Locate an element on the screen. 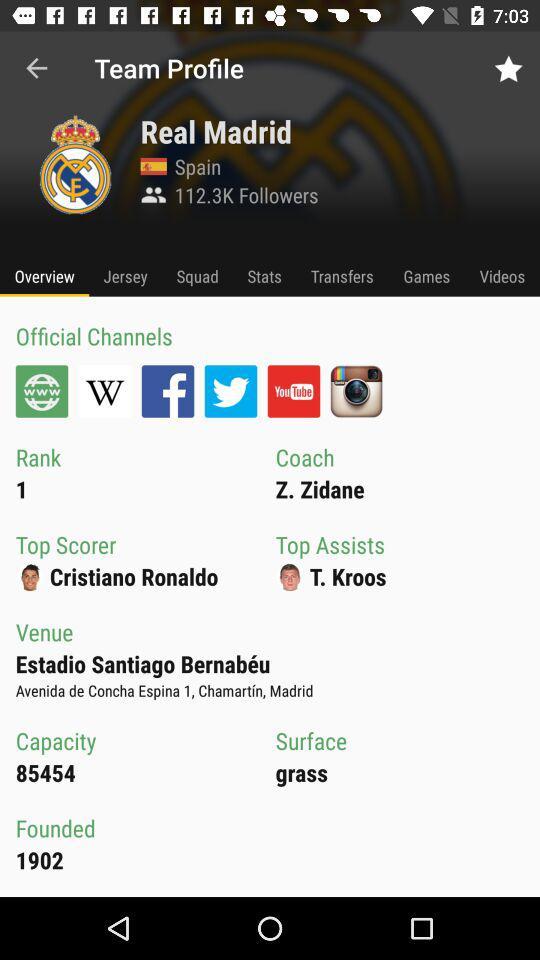 The height and width of the screenshot is (960, 540). the icon above the coach is located at coordinates (292, 390).